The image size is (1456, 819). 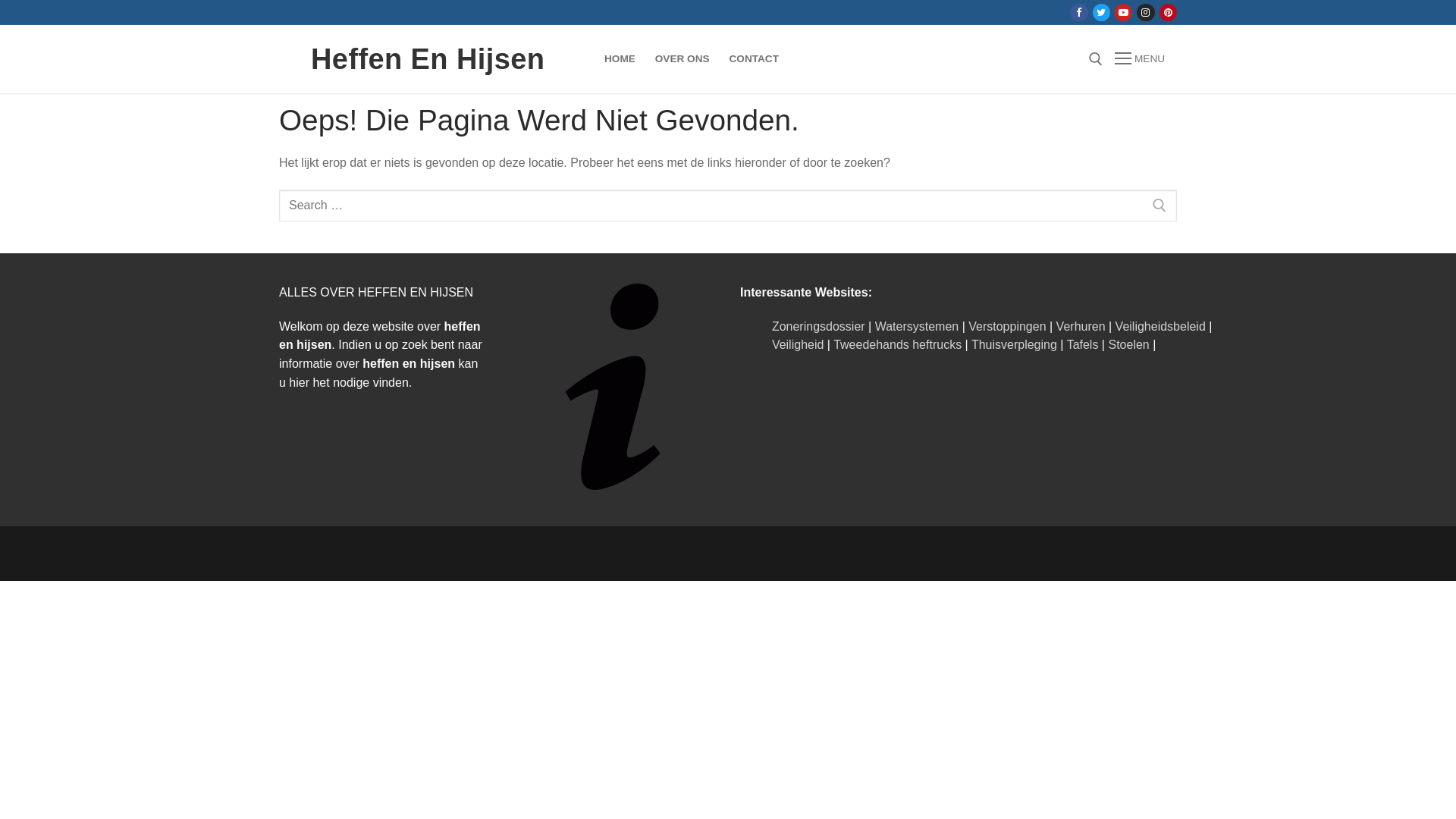 I want to click on 'Tafels', so click(x=1081, y=344).